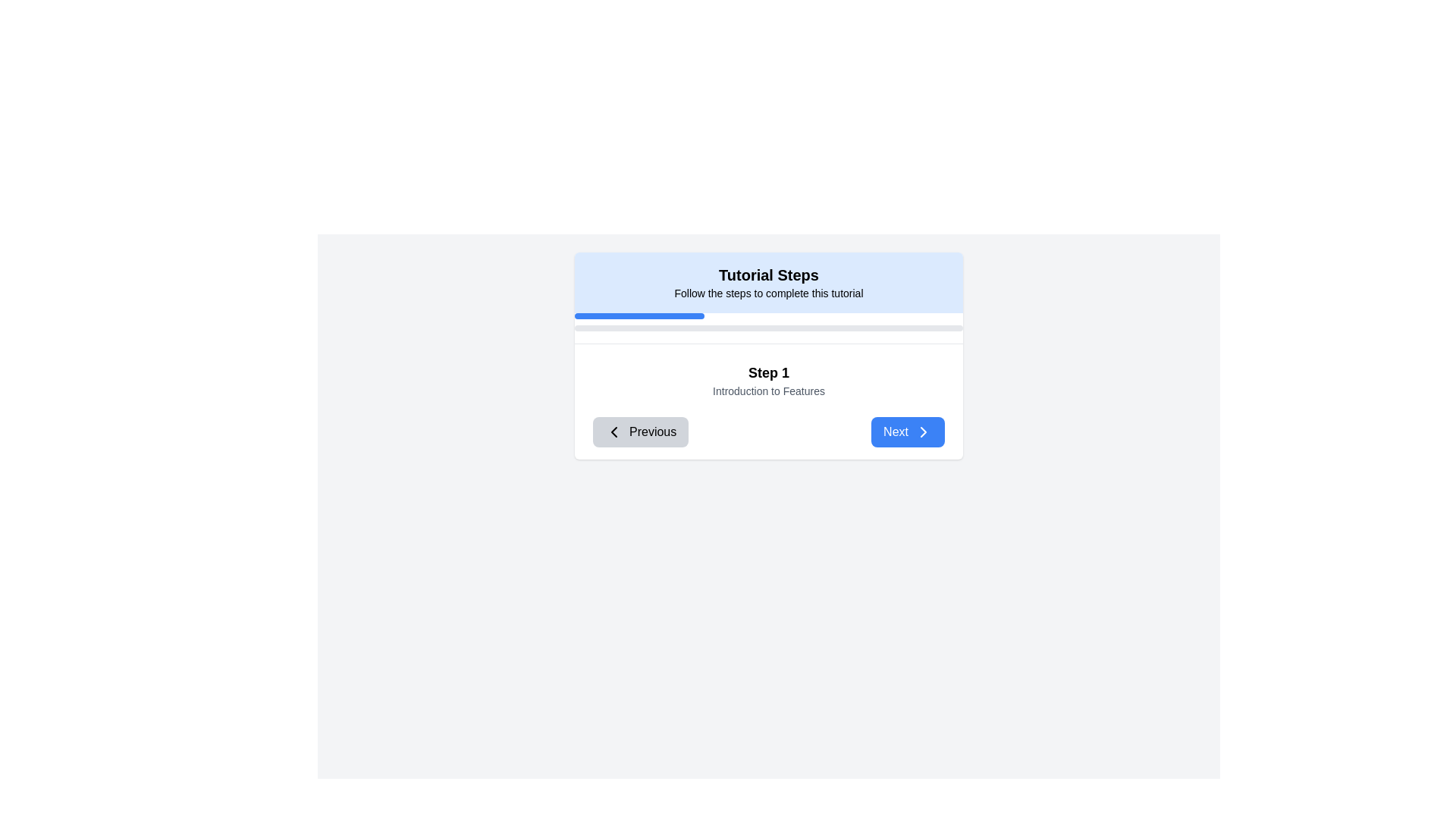 The image size is (1456, 819). What do you see at coordinates (768, 327) in the screenshot?
I see `the progress indicator (progress bar) located within the 'Tutorial Steps' card, which has a light gray background and a blue progress fill on the left side` at bounding box center [768, 327].